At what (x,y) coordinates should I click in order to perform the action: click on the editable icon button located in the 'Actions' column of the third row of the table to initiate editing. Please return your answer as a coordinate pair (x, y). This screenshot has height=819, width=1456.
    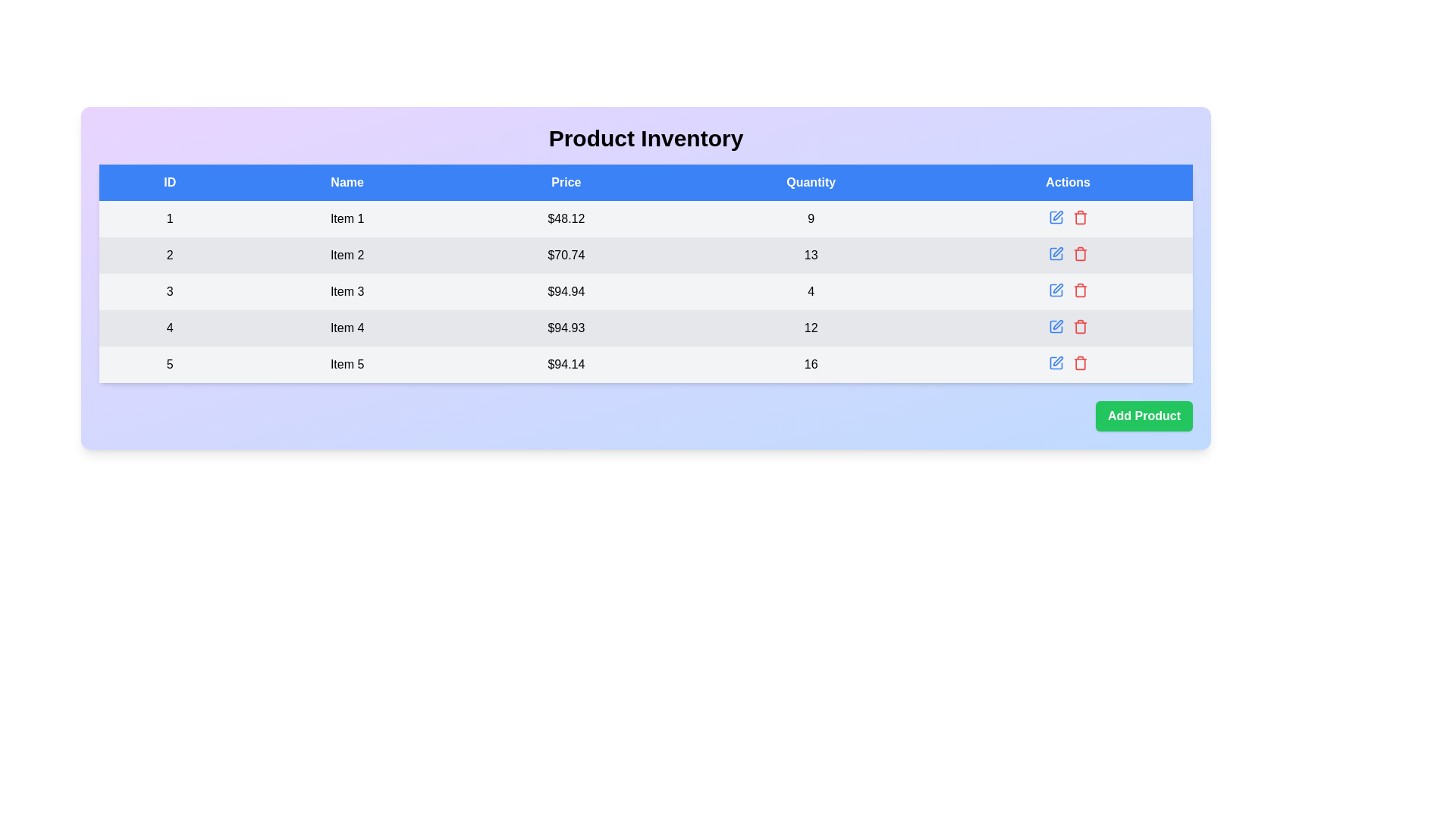
    Looking at the image, I should click on (1055, 290).